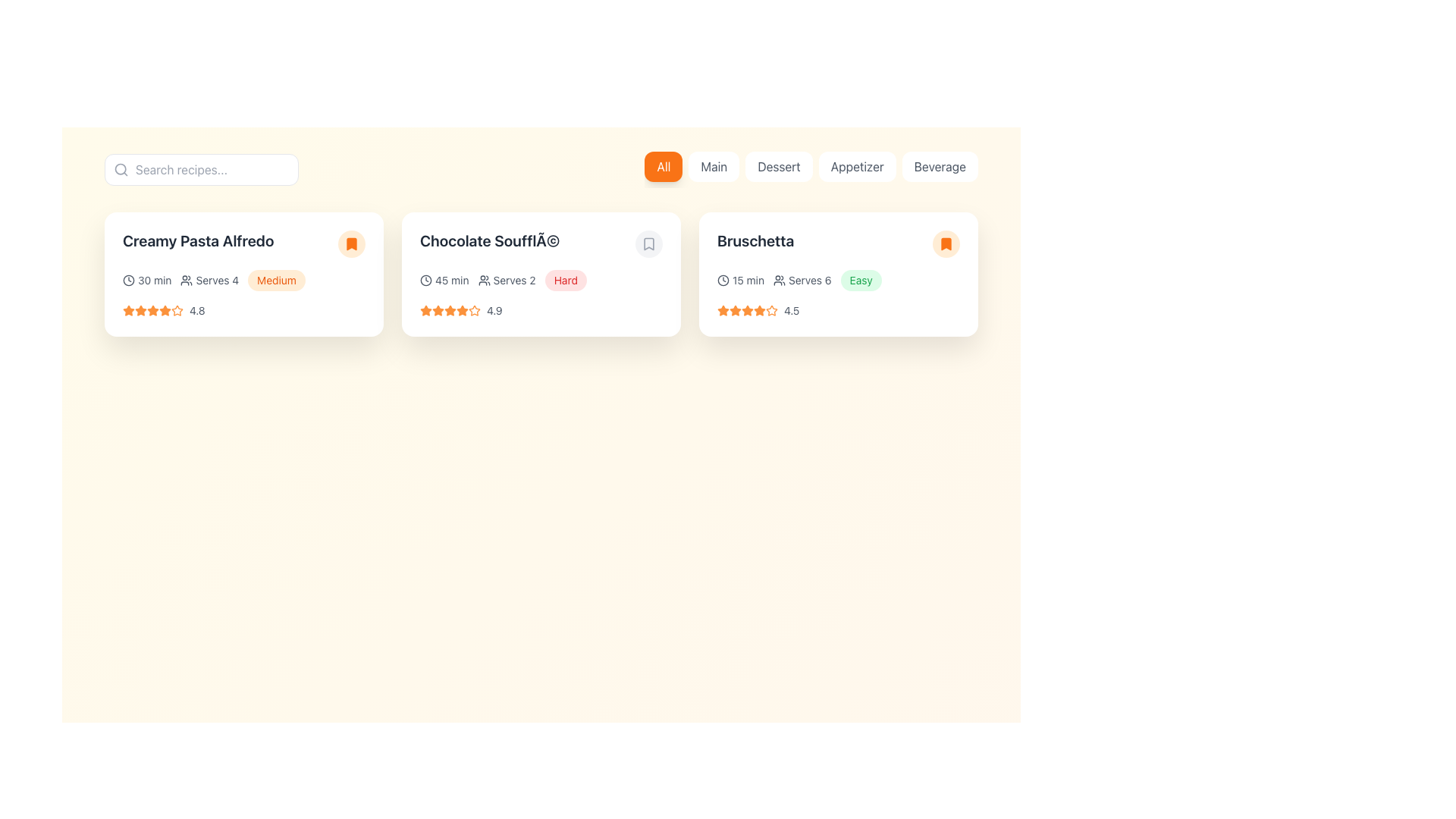 The height and width of the screenshot is (819, 1456). Describe the element at coordinates (664, 166) in the screenshot. I see `the button labeled 'All' which has a vibrant orange background and rounded corners` at that location.